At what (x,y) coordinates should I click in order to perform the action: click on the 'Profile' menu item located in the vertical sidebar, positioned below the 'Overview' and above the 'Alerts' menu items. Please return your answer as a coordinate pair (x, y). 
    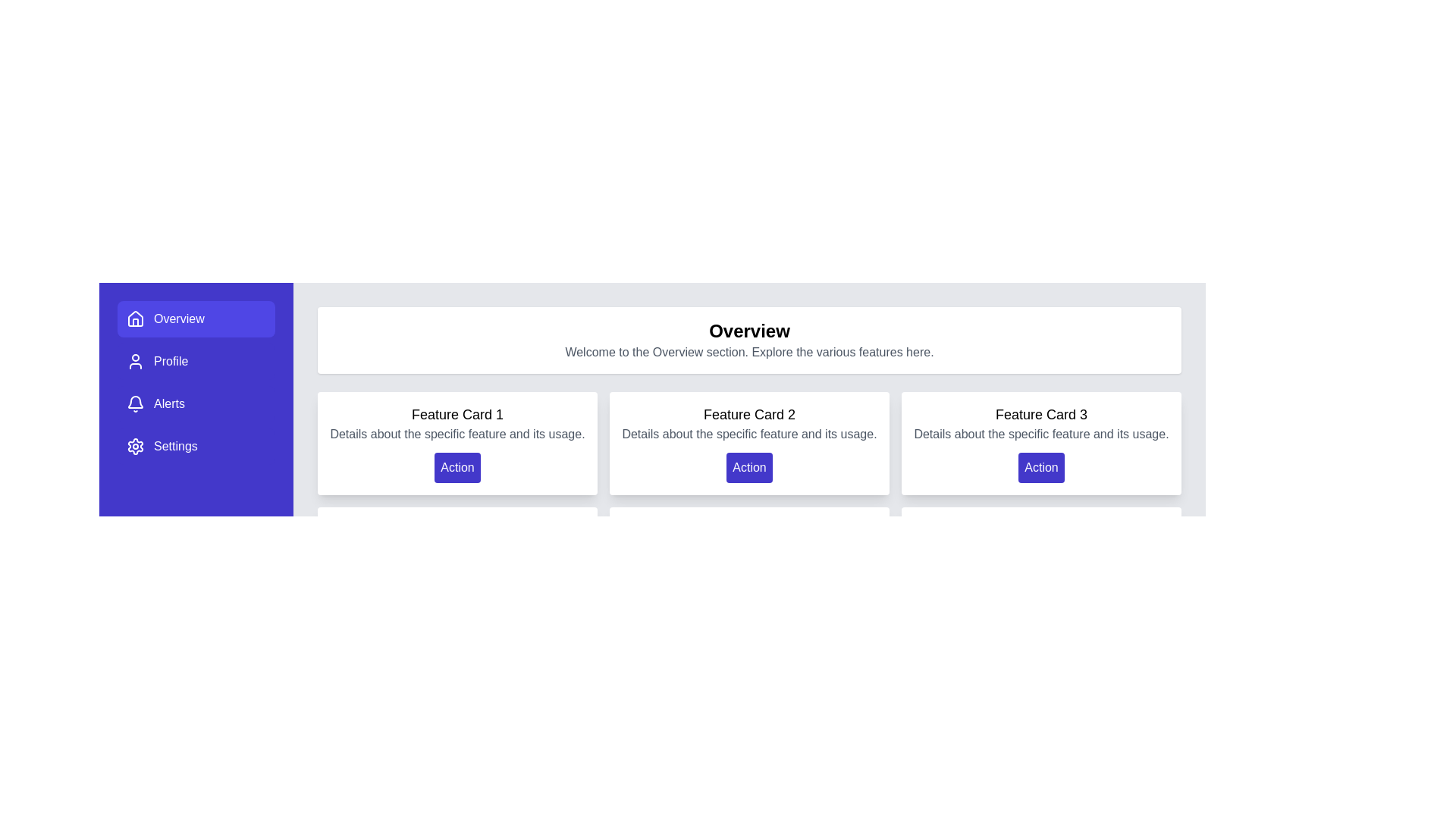
    Looking at the image, I should click on (171, 362).